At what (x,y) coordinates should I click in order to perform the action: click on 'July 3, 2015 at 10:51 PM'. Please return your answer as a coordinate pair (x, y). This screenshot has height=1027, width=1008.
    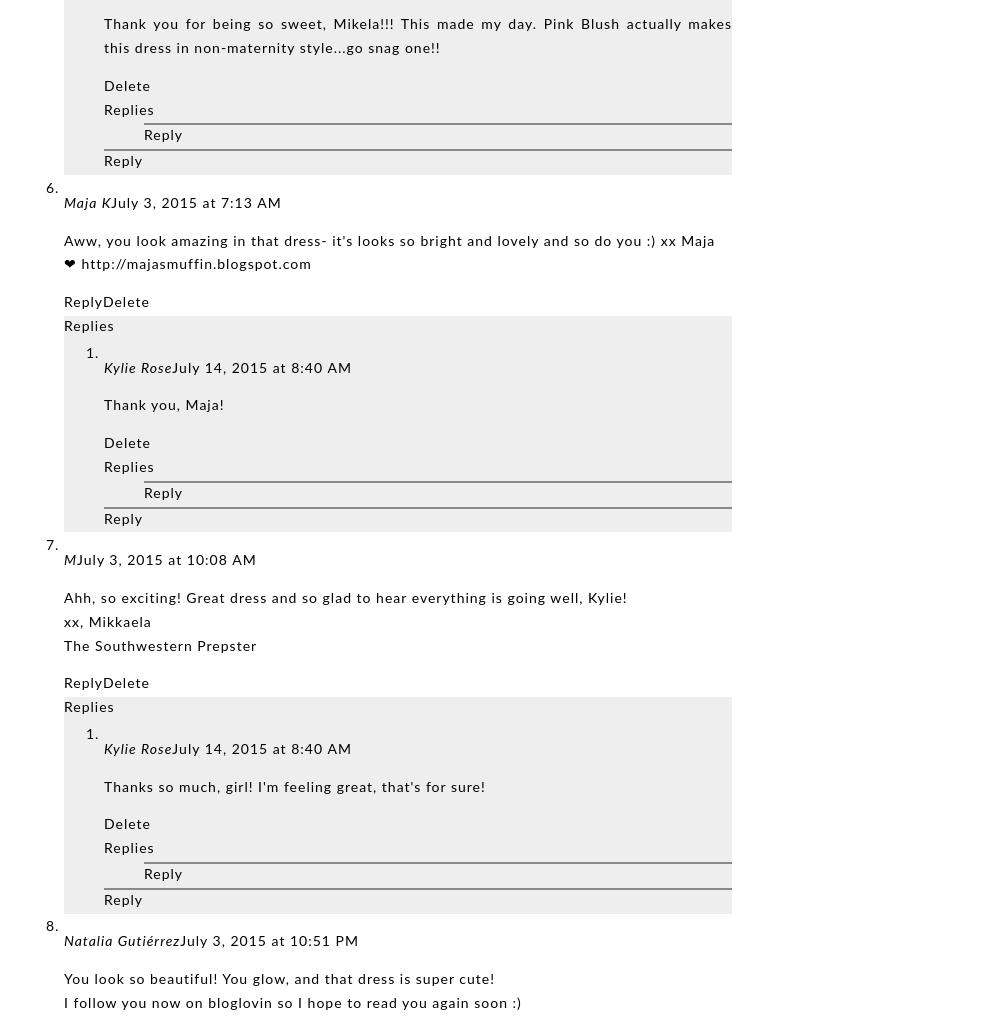
    Looking at the image, I should click on (269, 941).